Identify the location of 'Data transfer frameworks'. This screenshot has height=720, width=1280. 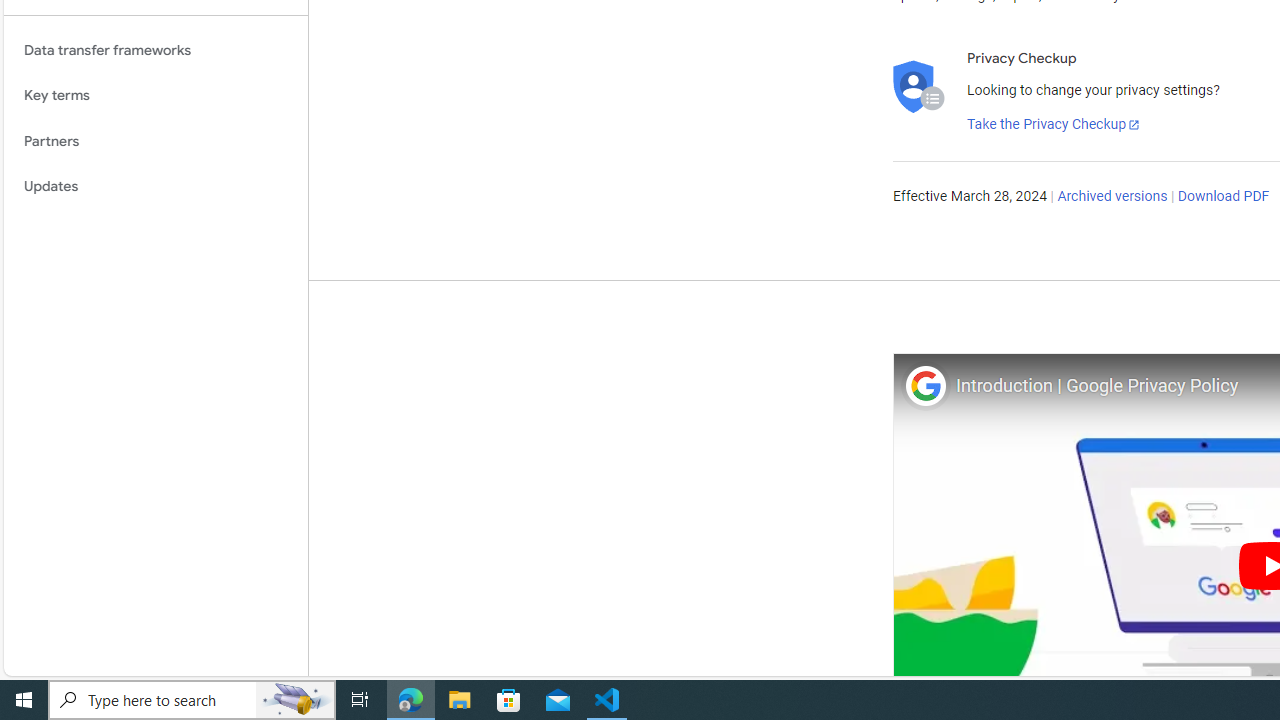
(155, 49).